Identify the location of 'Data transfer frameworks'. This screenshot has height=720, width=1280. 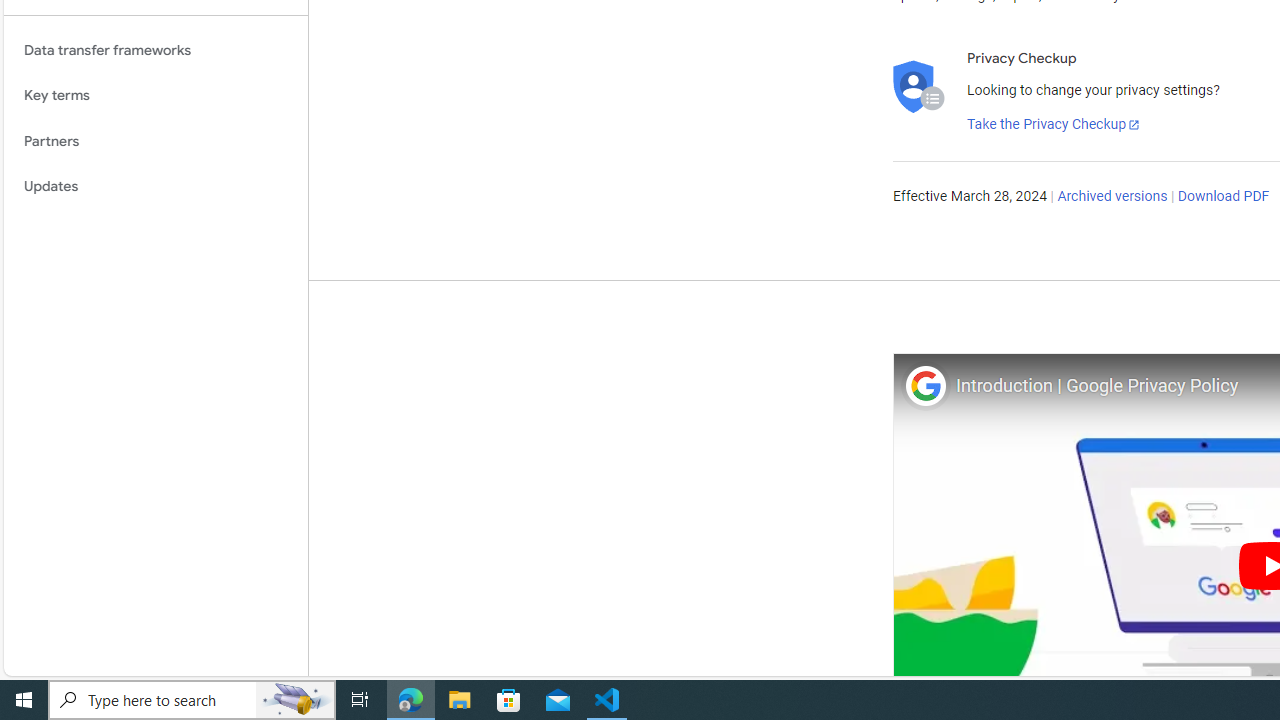
(155, 49).